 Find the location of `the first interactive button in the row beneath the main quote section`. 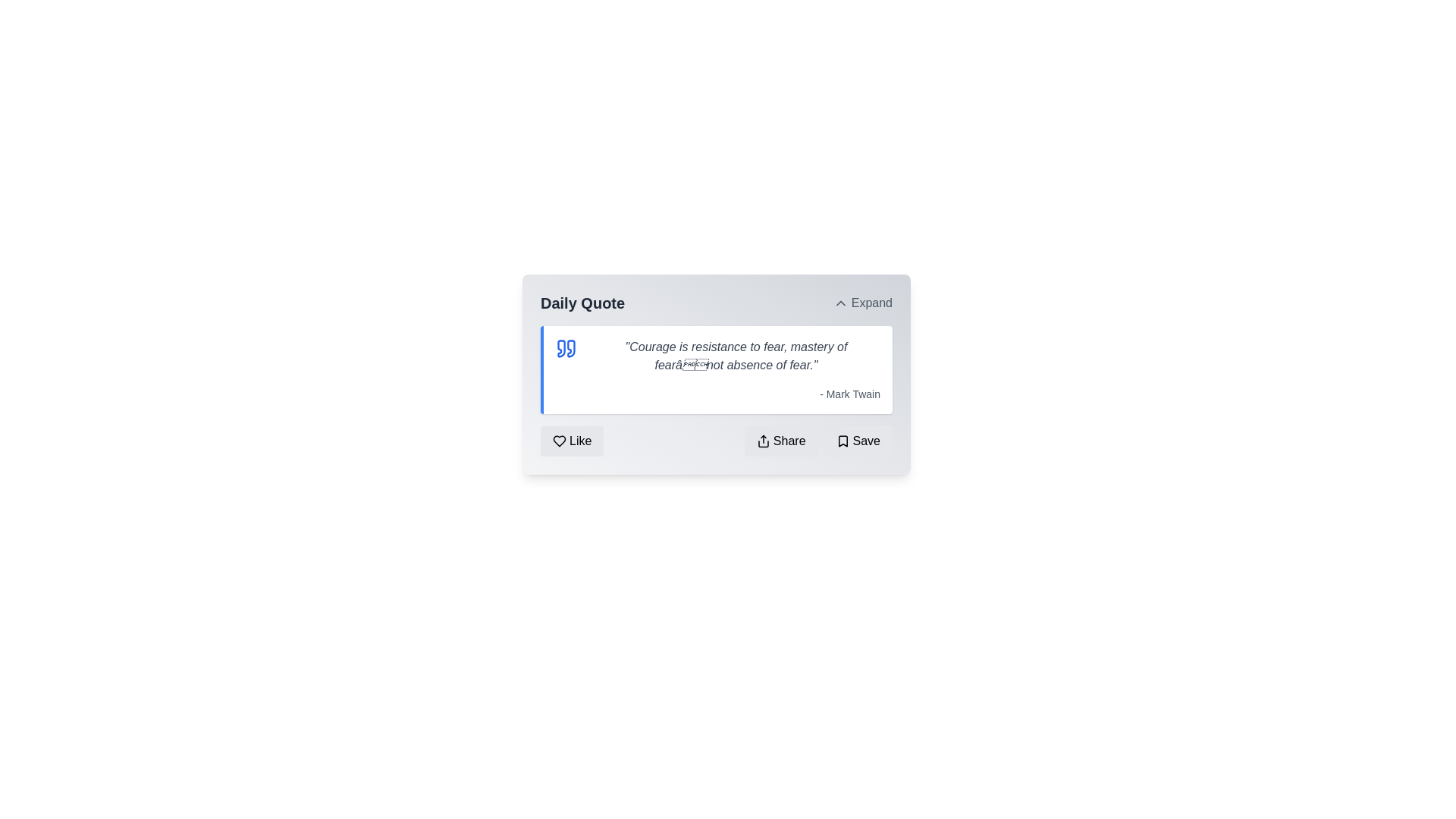

the first interactive button in the row beneath the main quote section is located at coordinates (571, 441).